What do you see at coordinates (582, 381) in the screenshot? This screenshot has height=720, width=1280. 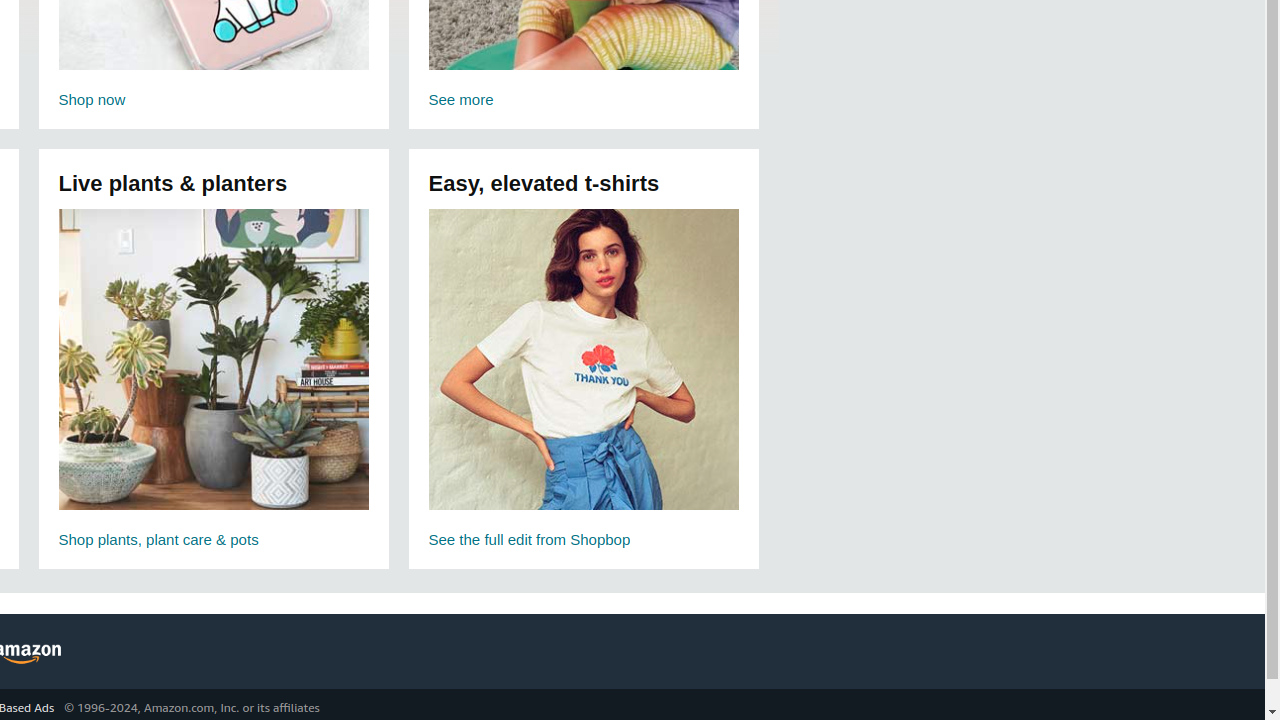 I see `'Easy, elevated t-shirts See the full edit from Shopbop'` at bounding box center [582, 381].